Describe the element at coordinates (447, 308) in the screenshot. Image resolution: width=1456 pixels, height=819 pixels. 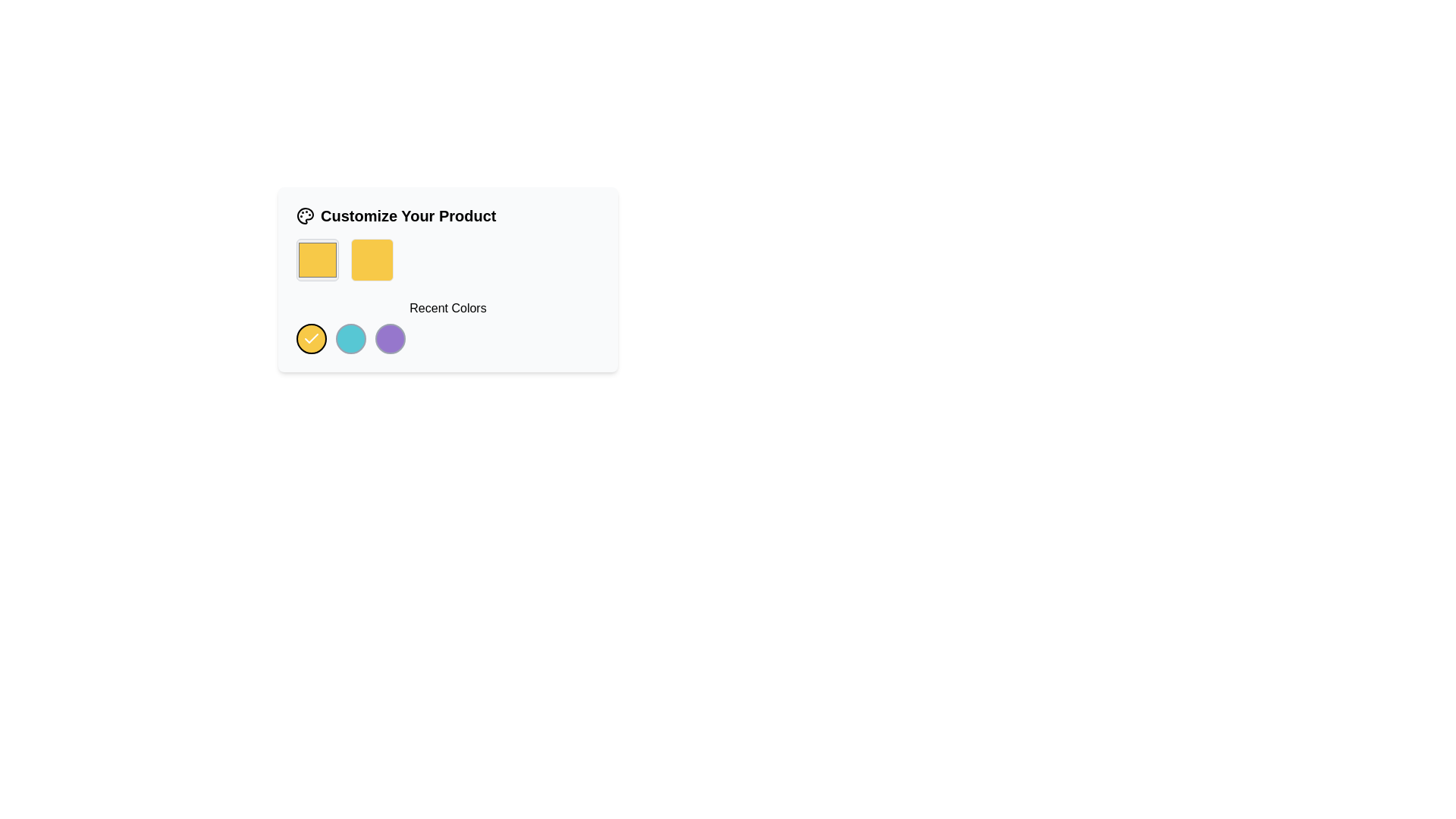
I see `the 'Recent Colors' textual label, which is centrally located beneath two colored square icons and above a set of circular colored icons` at that location.